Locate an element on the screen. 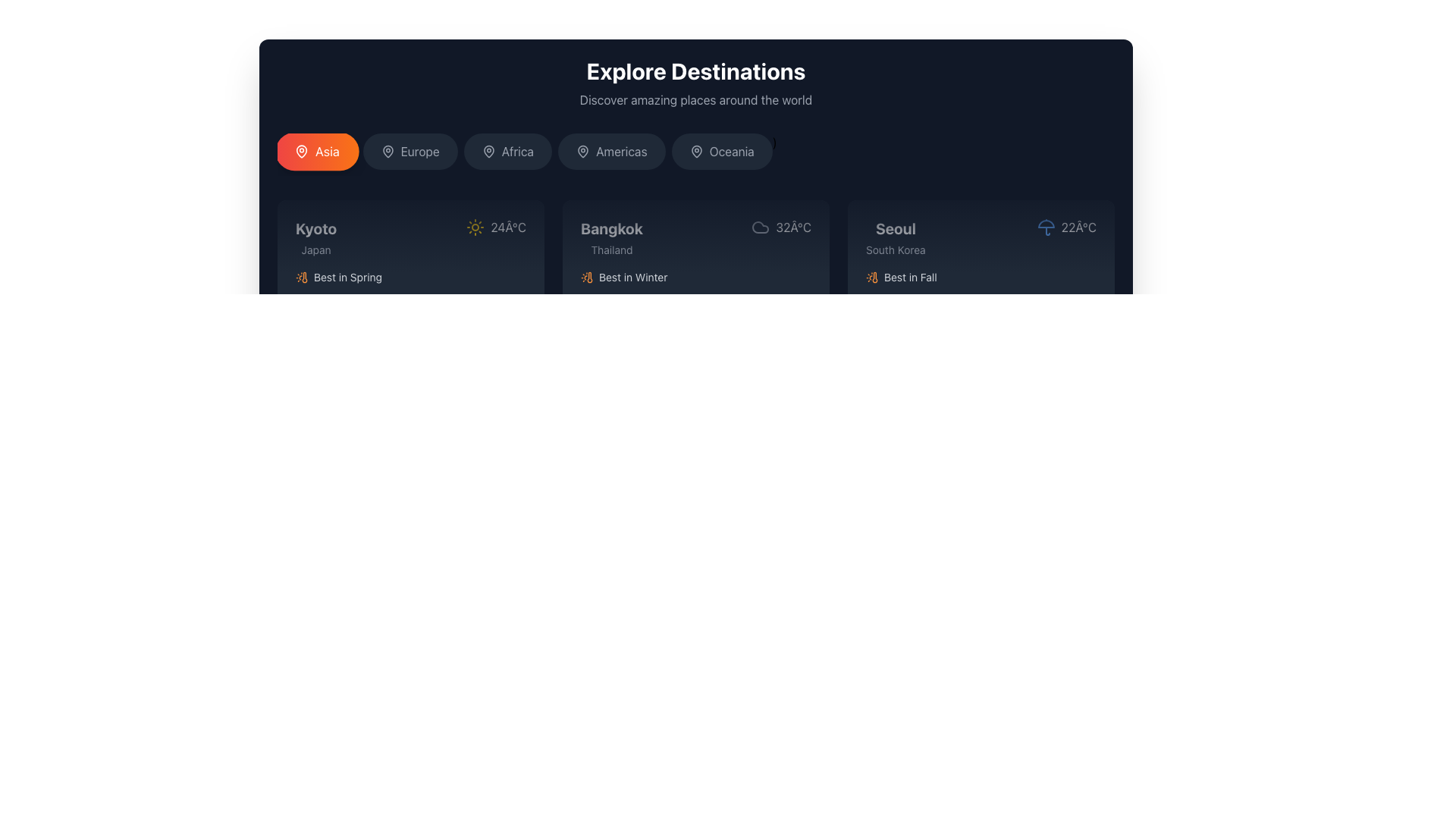 The height and width of the screenshot is (819, 1456). text label styled in a small, gray font that reads 'Best in Winter', located in the lower-left corner of the 'Bangkok' card, which is associated with a weather icon and temperature information is located at coordinates (633, 278).